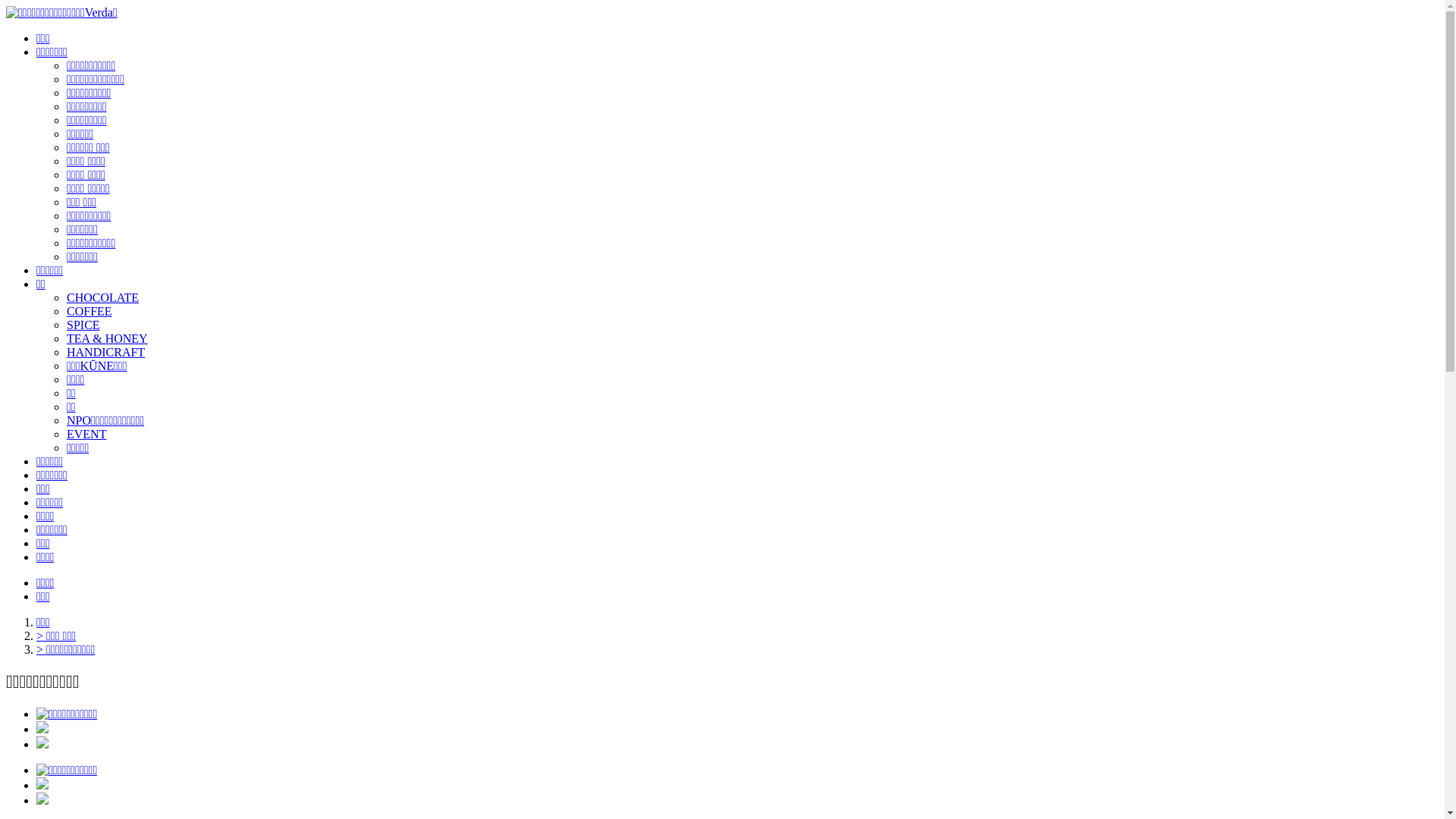 This screenshot has height=819, width=1456. Describe the element at coordinates (83, 324) in the screenshot. I see `'SPICE'` at that location.